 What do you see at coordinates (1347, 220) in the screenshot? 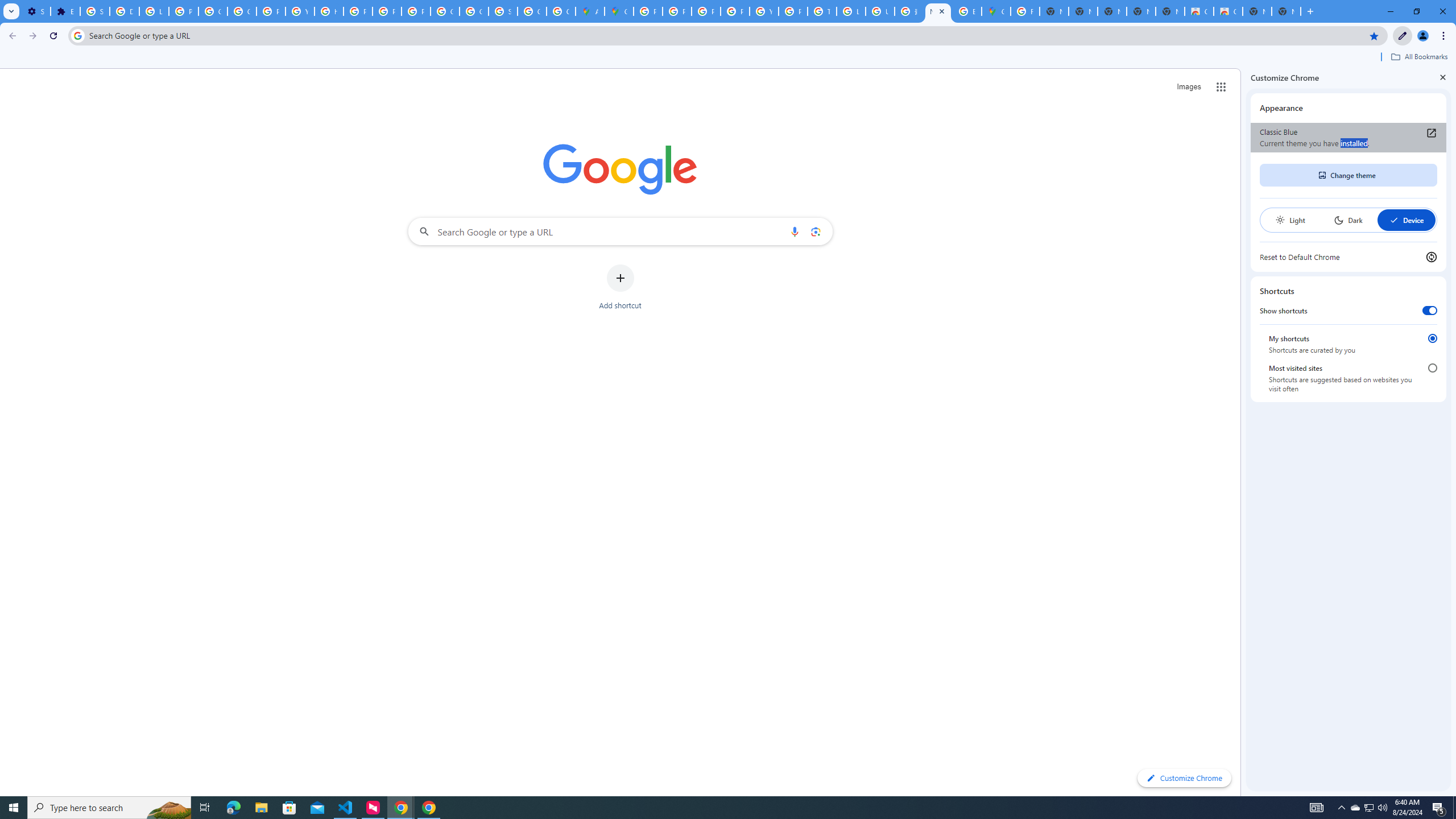
I see `'Dark'` at bounding box center [1347, 220].